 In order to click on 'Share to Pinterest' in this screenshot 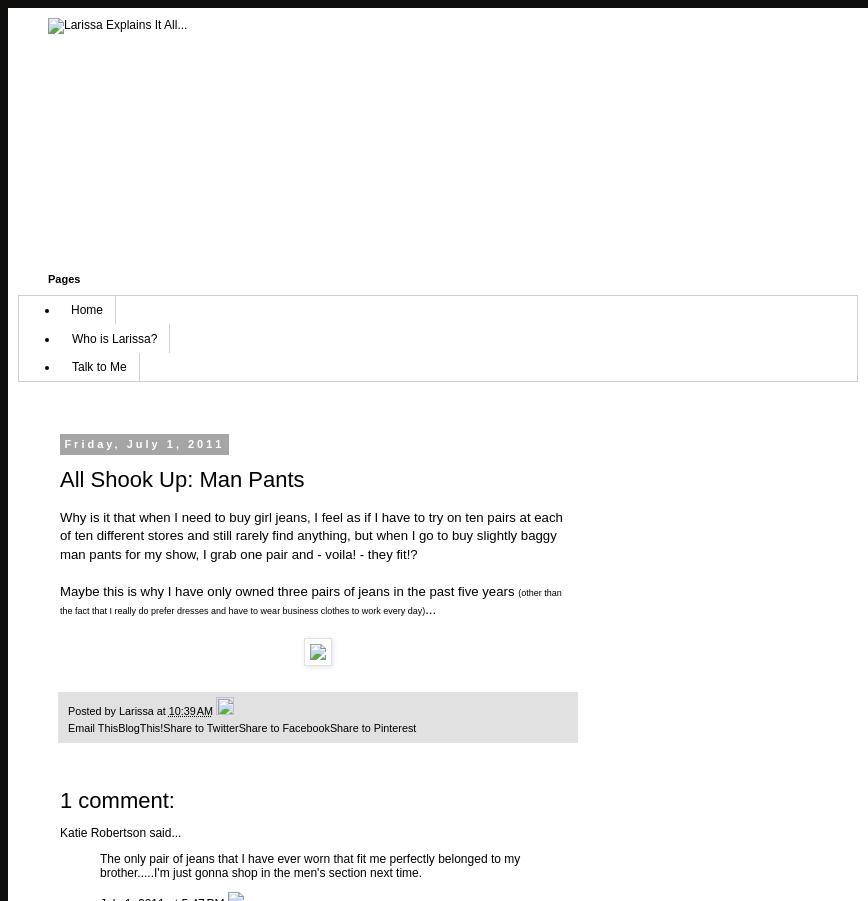, I will do `click(372, 727)`.